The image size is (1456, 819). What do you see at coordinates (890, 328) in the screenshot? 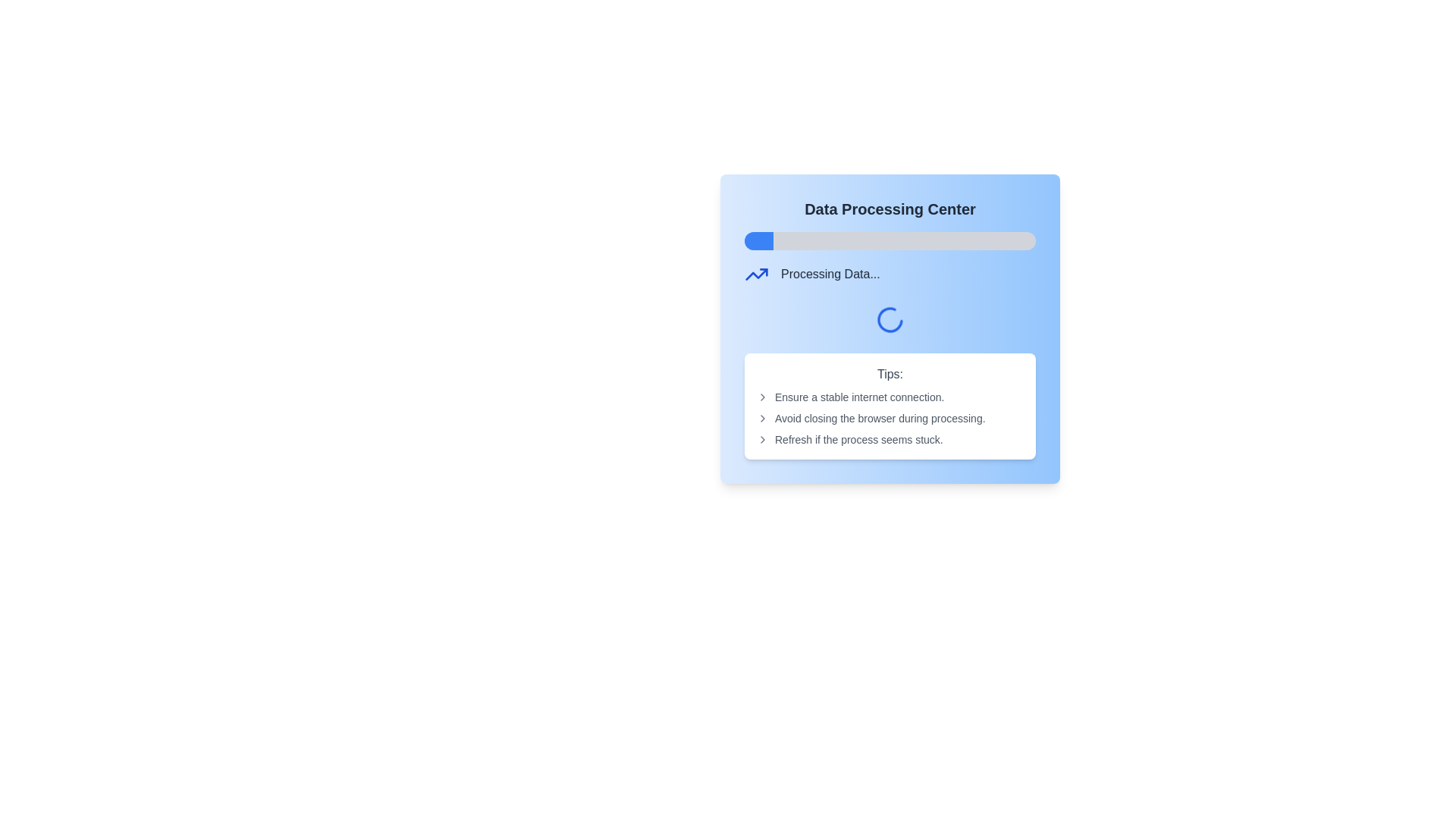
I see `the animation of the blue circular loader icon located below the 'Processing Data...' text and above the white tips box` at bounding box center [890, 328].